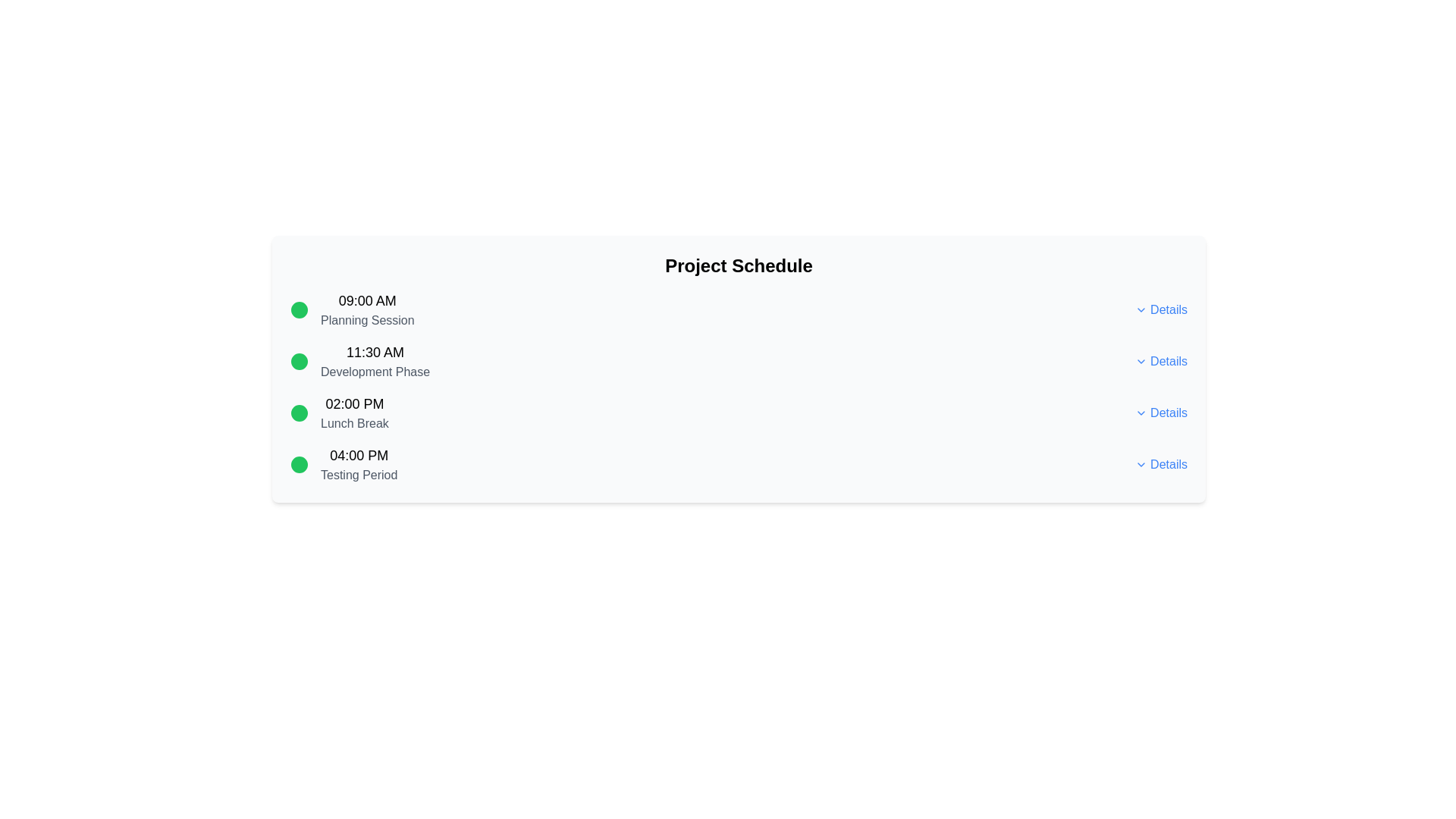 The image size is (1456, 819). What do you see at coordinates (299, 464) in the screenshot?
I see `the fourth green circular graphical indicator marking the '04:00 PM Testing Period' in the project schedule` at bounding box center [299, 464].